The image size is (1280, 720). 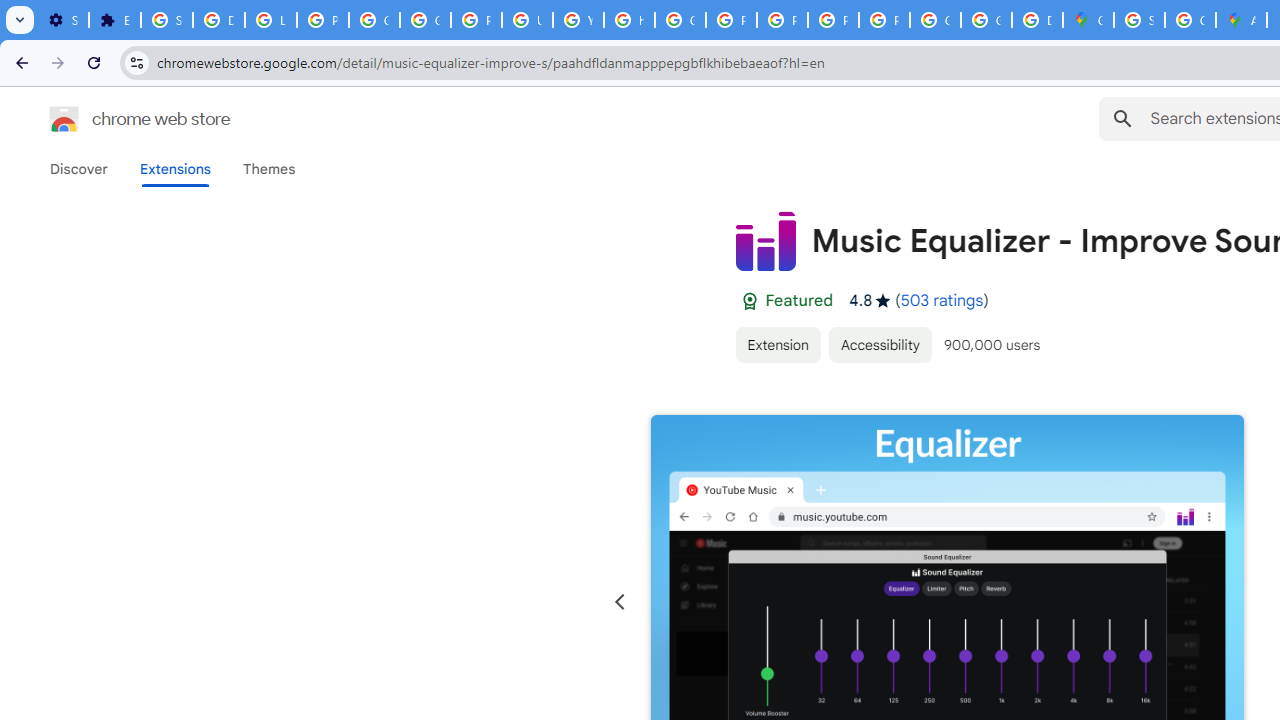 I want to click on 'Chrome Web Store logo', so click(x=64, y=119).